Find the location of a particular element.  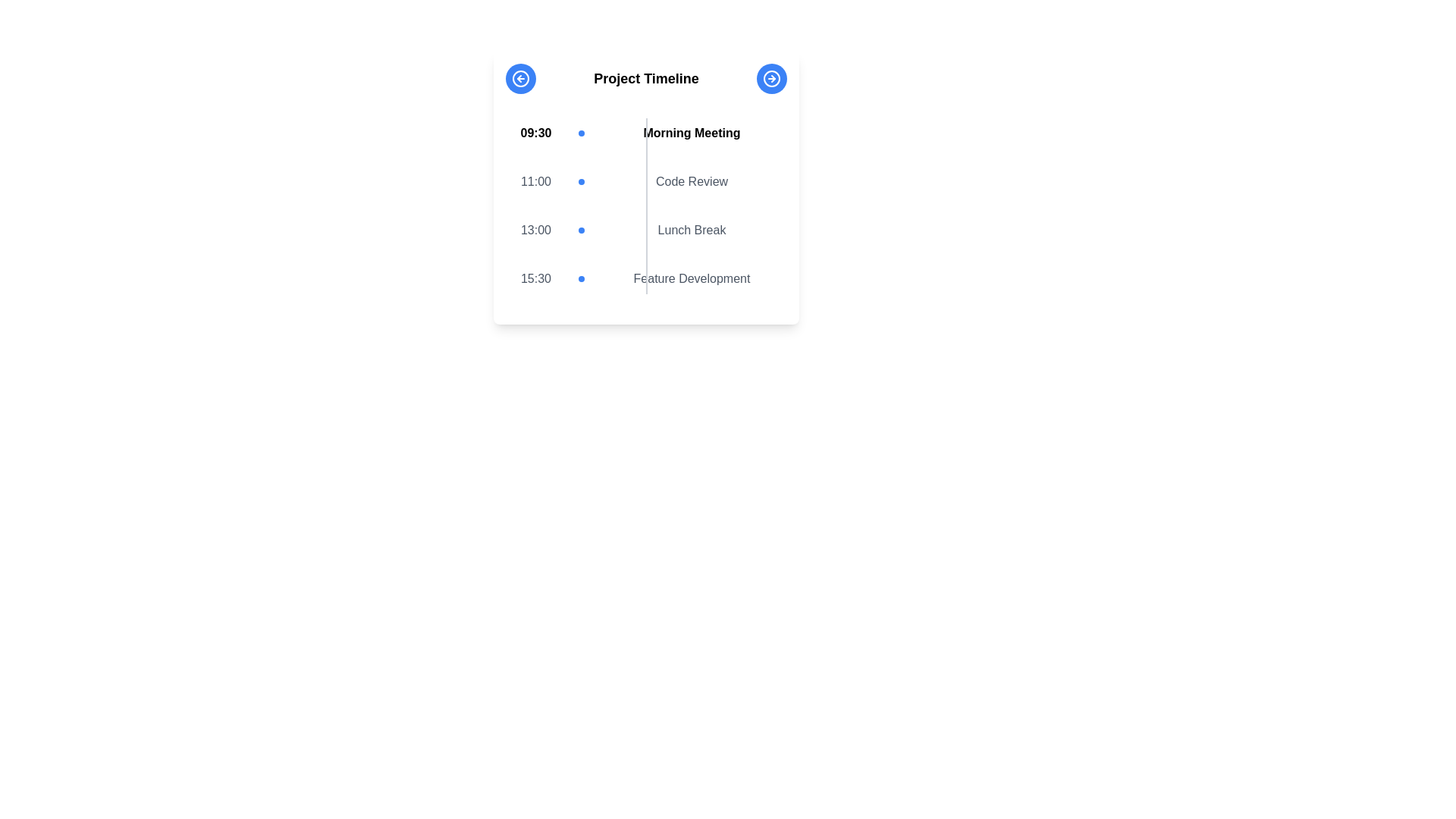

the navigation icon located at the top-right corner of the central panel, adjacent to the 'Project Timeline' header is located at coordinates (771, 79).